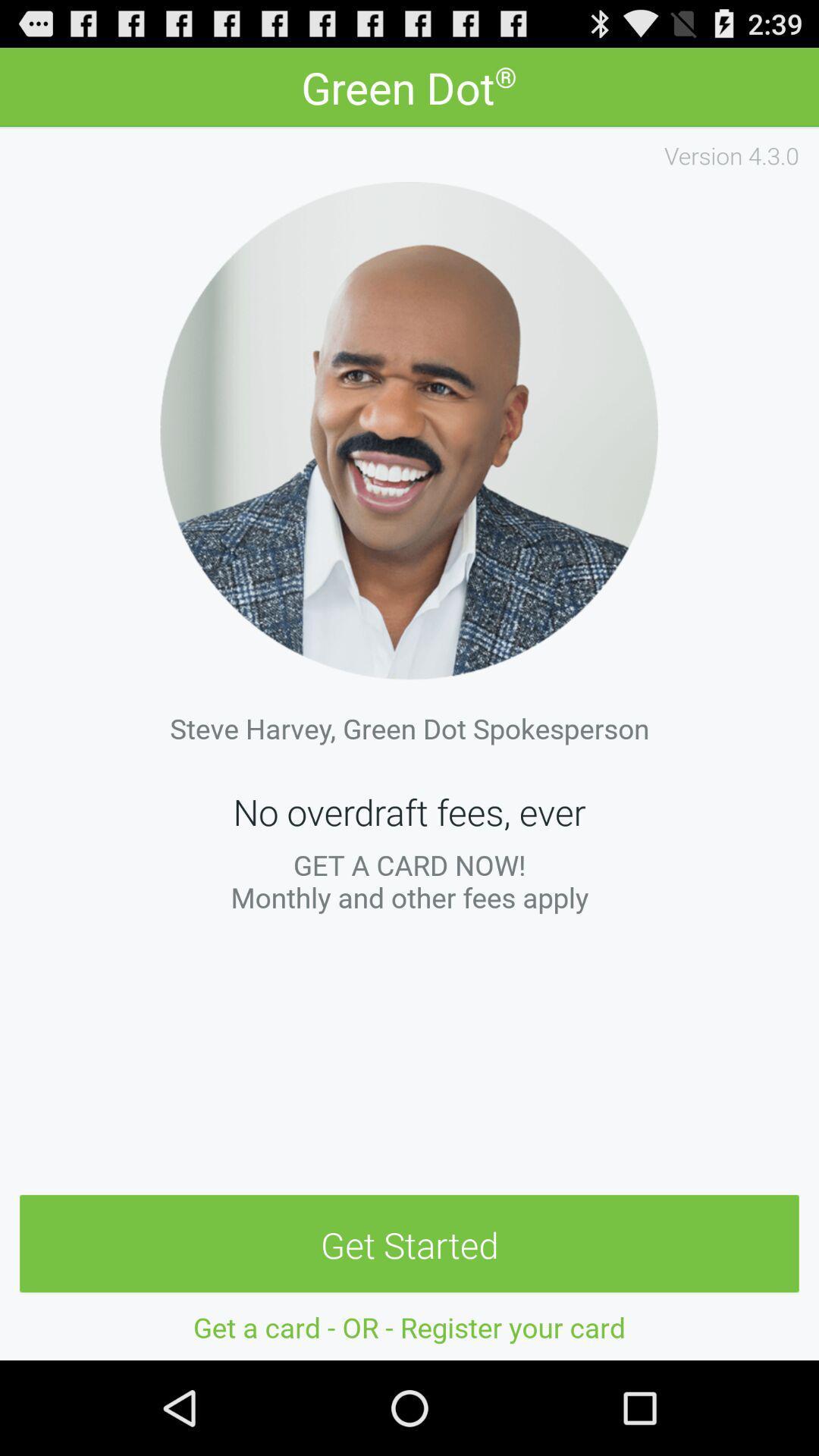 This screenshot has width=819, height=1456. Describe the element at coordinates (409, 1244) in the screenshot. I see `get started item` at that location.